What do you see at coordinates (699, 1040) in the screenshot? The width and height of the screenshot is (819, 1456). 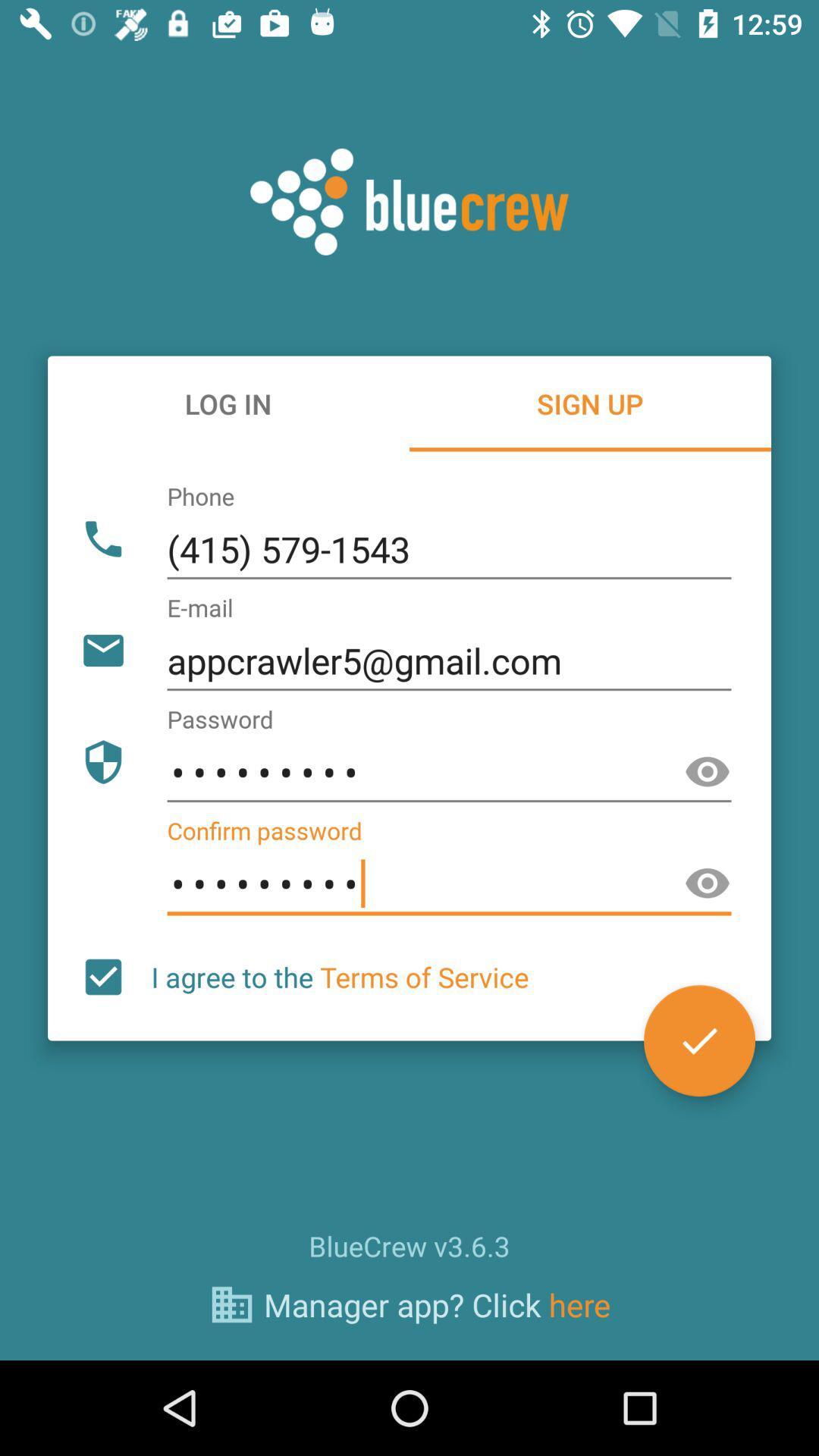 I see `favorite` at bounding box center [699, 1040].